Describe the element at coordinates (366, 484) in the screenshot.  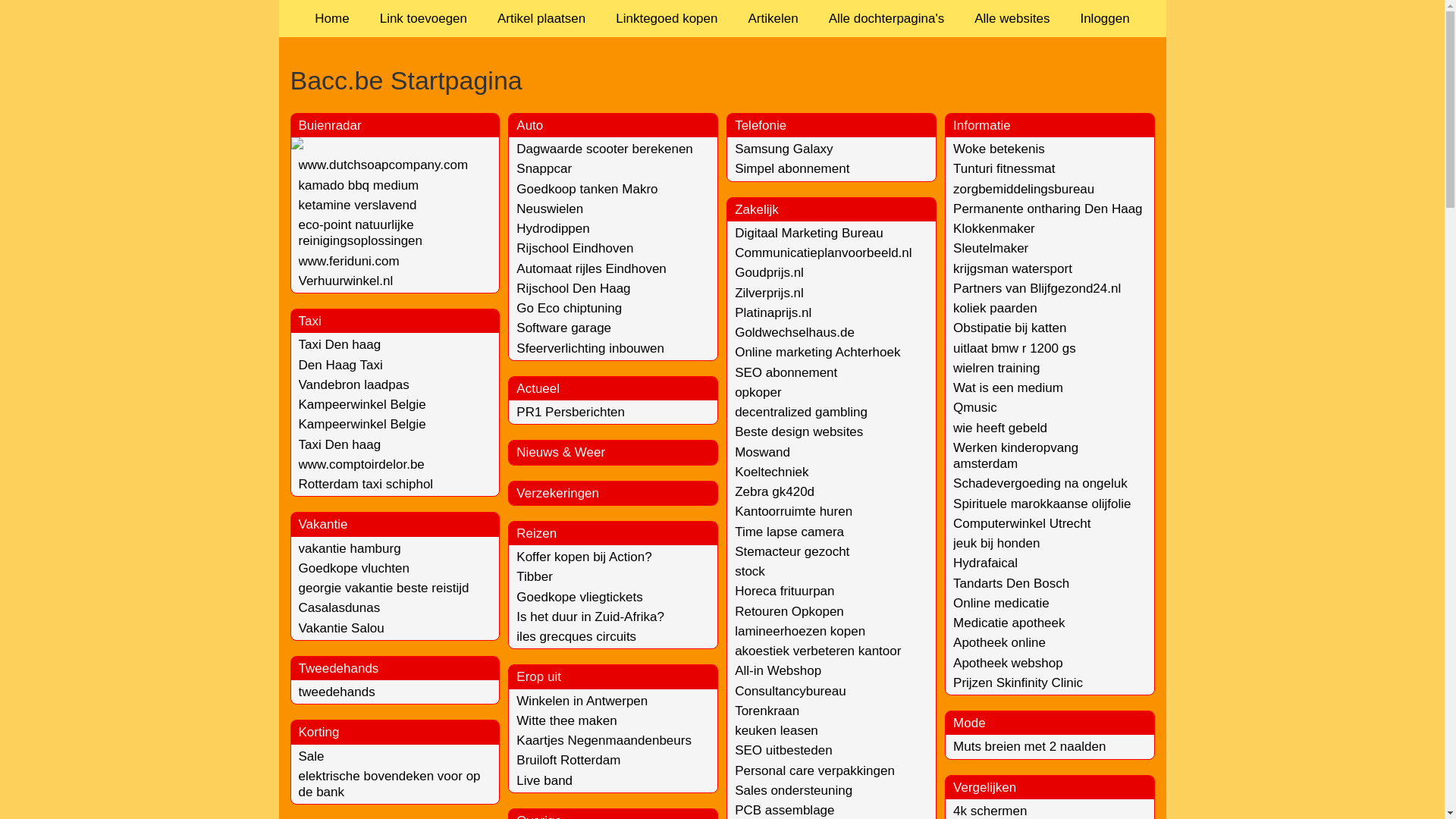
I see `'Rotterdam taxi schiphol'` at that location.